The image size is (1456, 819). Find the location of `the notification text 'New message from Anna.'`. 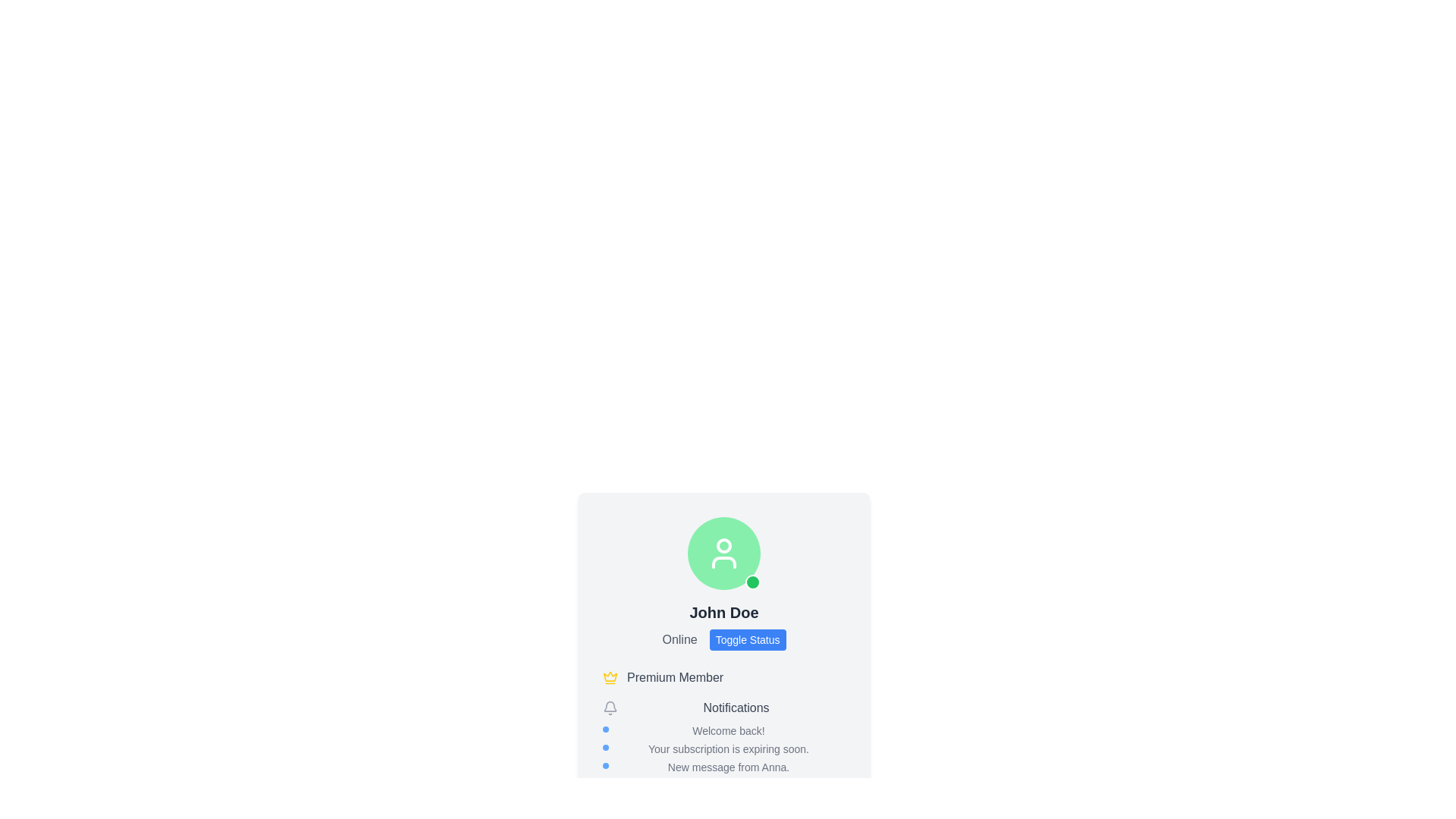

the notification text 'New message from Anna.' is located at coordinates (723, 767).